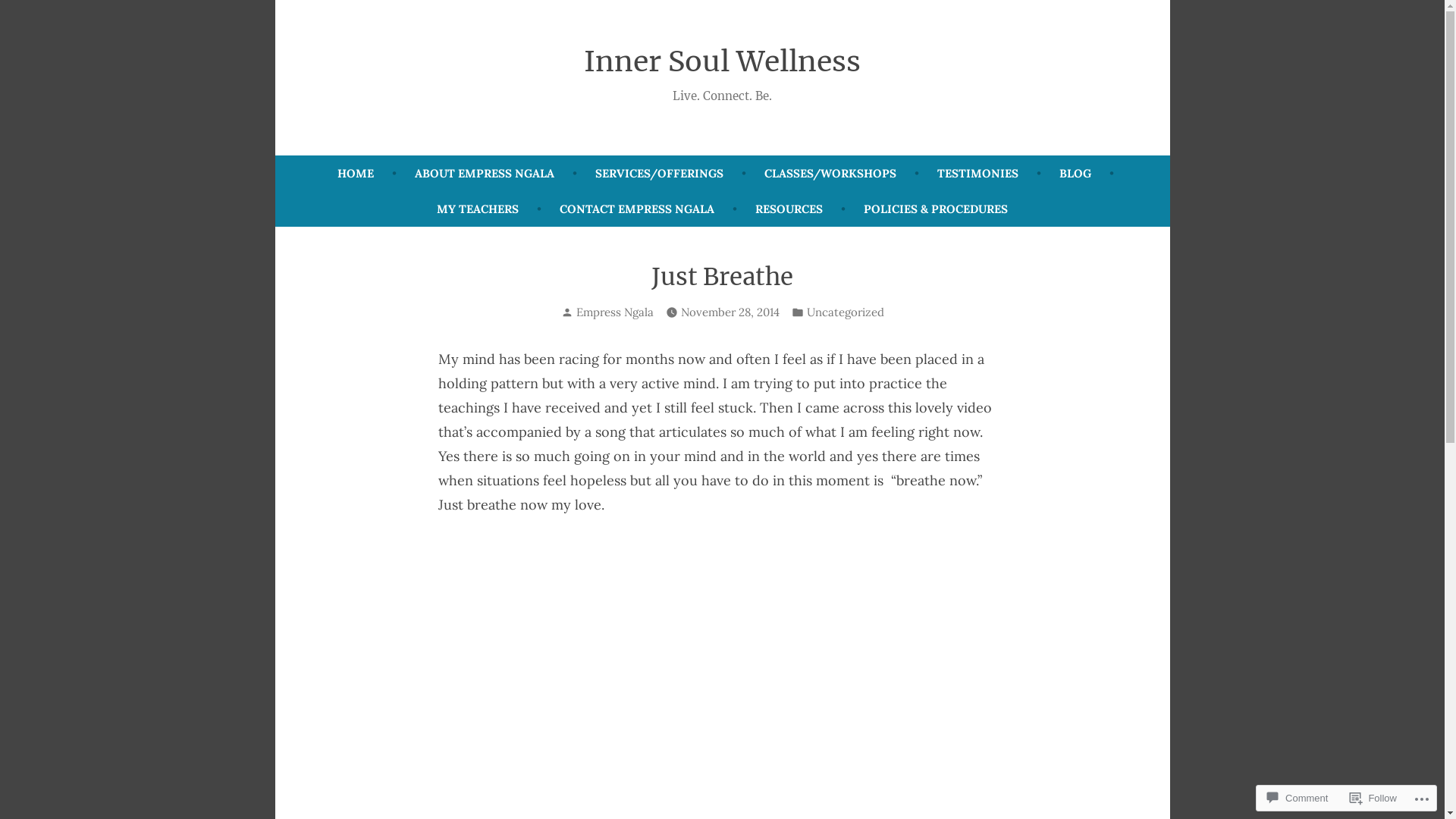 This screenshot has height=819, width=1456. What do you see at coordinates (615, 311) in the screenshot?
I see `'Empress Ngala'` at bounding box center [615, 311].